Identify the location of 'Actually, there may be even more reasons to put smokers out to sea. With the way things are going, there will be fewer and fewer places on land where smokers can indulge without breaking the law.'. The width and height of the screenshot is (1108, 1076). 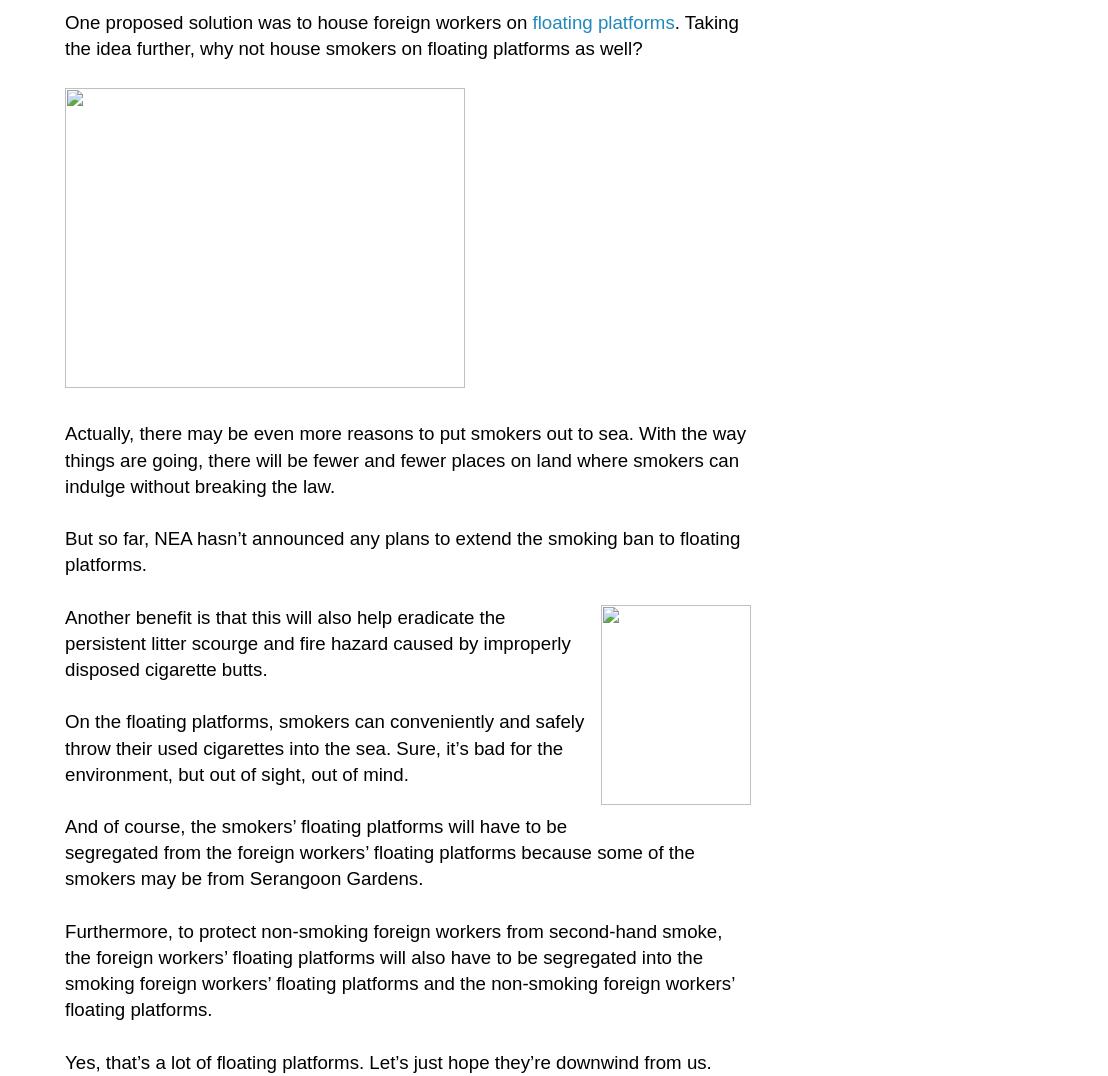
(405, 458).